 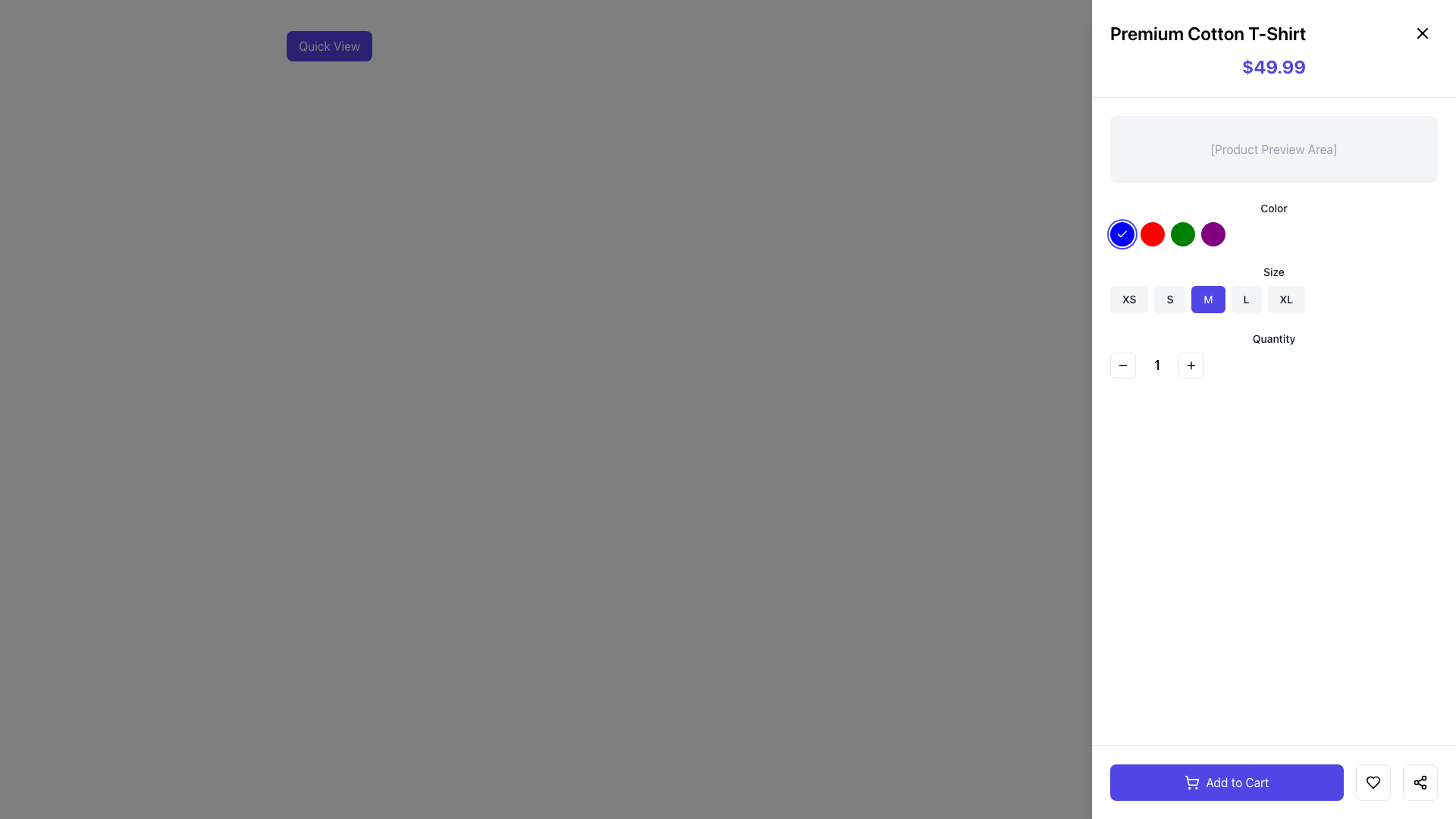 I want to click on the text label inside the blue button located at the right-bottom corner of the interface, so click(x=1238, y=783).